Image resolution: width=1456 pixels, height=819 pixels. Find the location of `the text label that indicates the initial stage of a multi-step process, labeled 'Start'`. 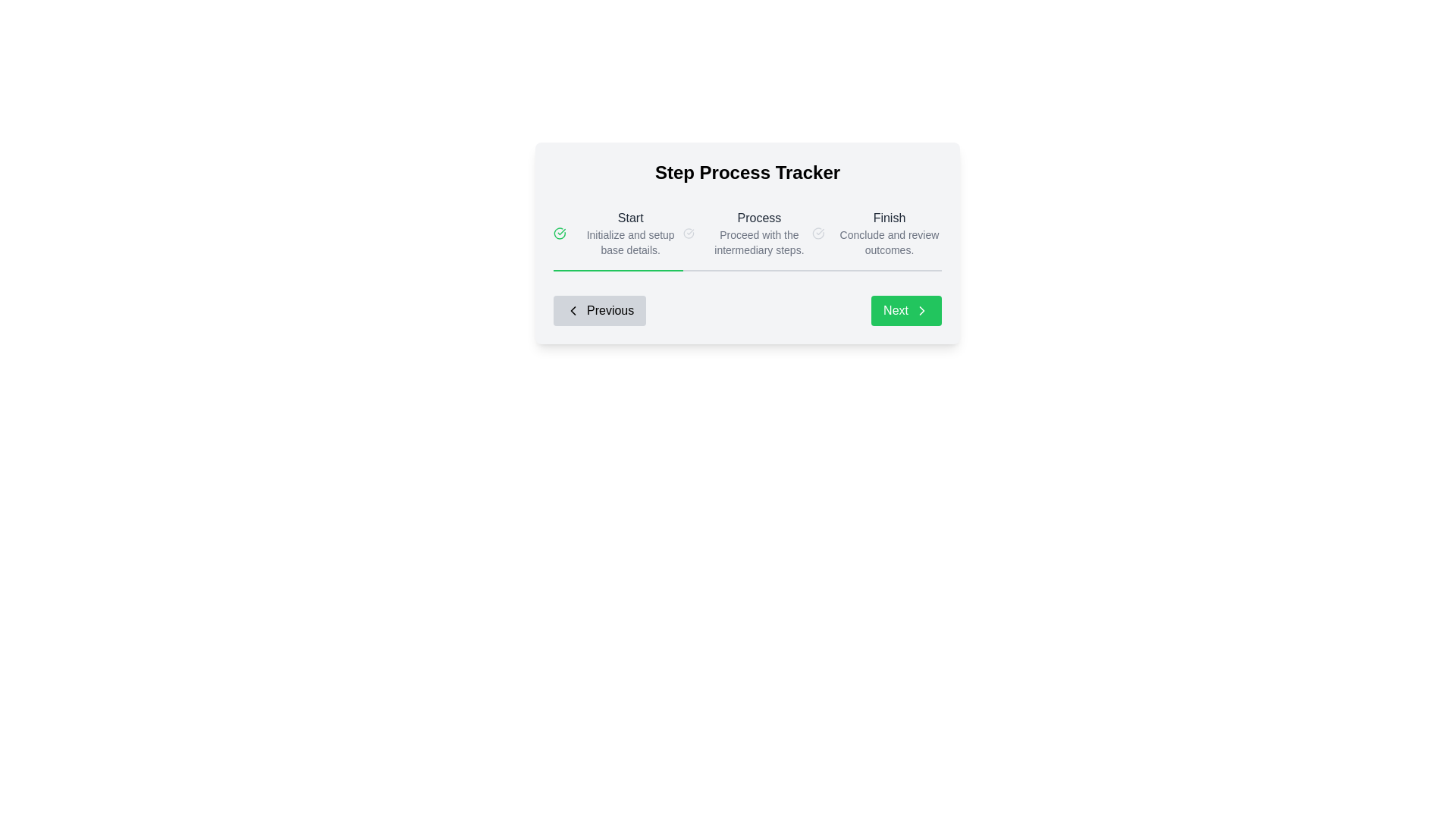

the text label that indicates the initial stage of a multi-step process, labeled 'Start' is located at coordinates (630, 218).